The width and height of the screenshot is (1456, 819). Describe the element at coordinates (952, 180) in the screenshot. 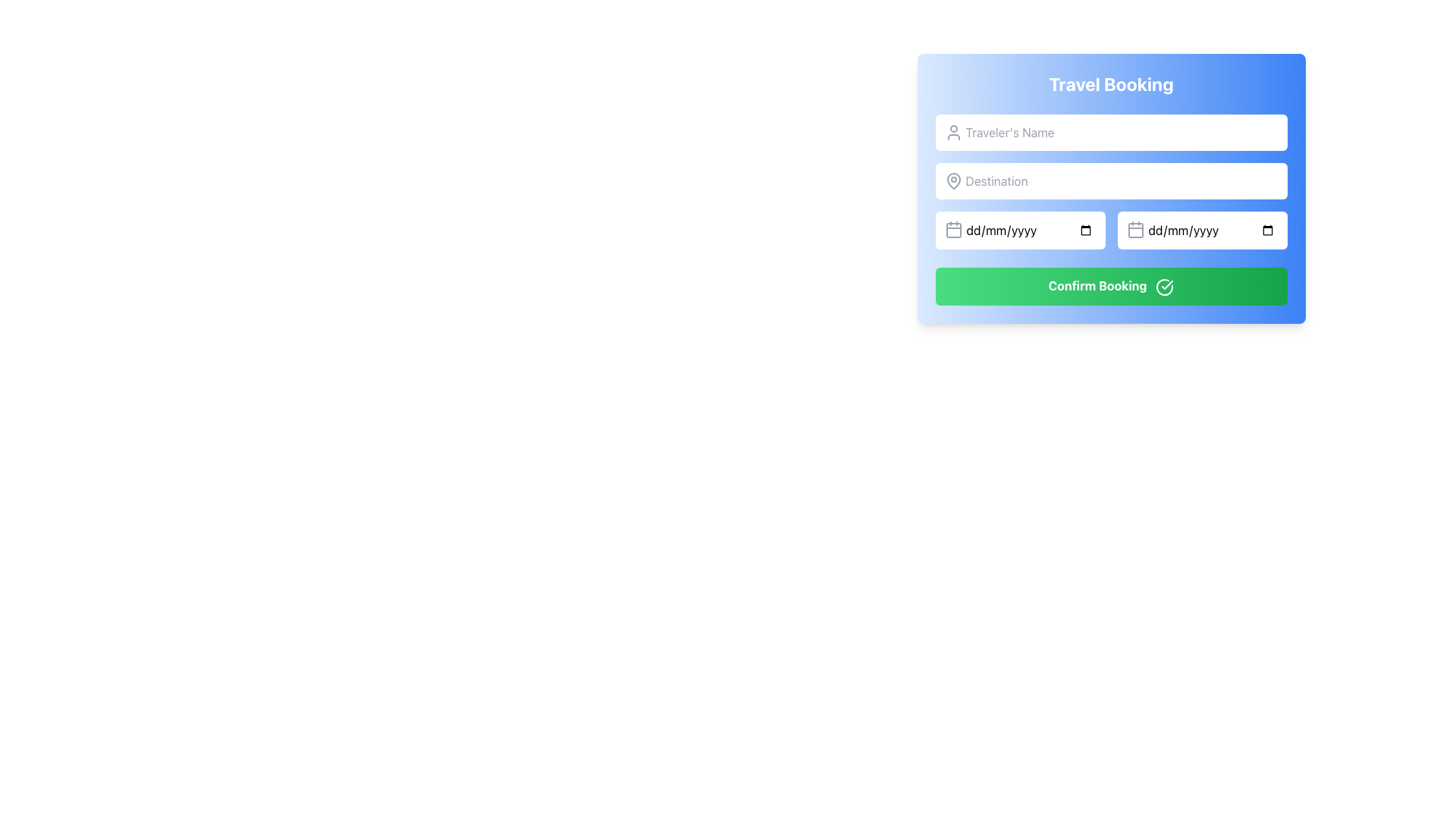

I see `the gray outline map pin icon located inside the 'Destination' input field in the travel booking form, positioned at the top-left corner of the input box` at that location.